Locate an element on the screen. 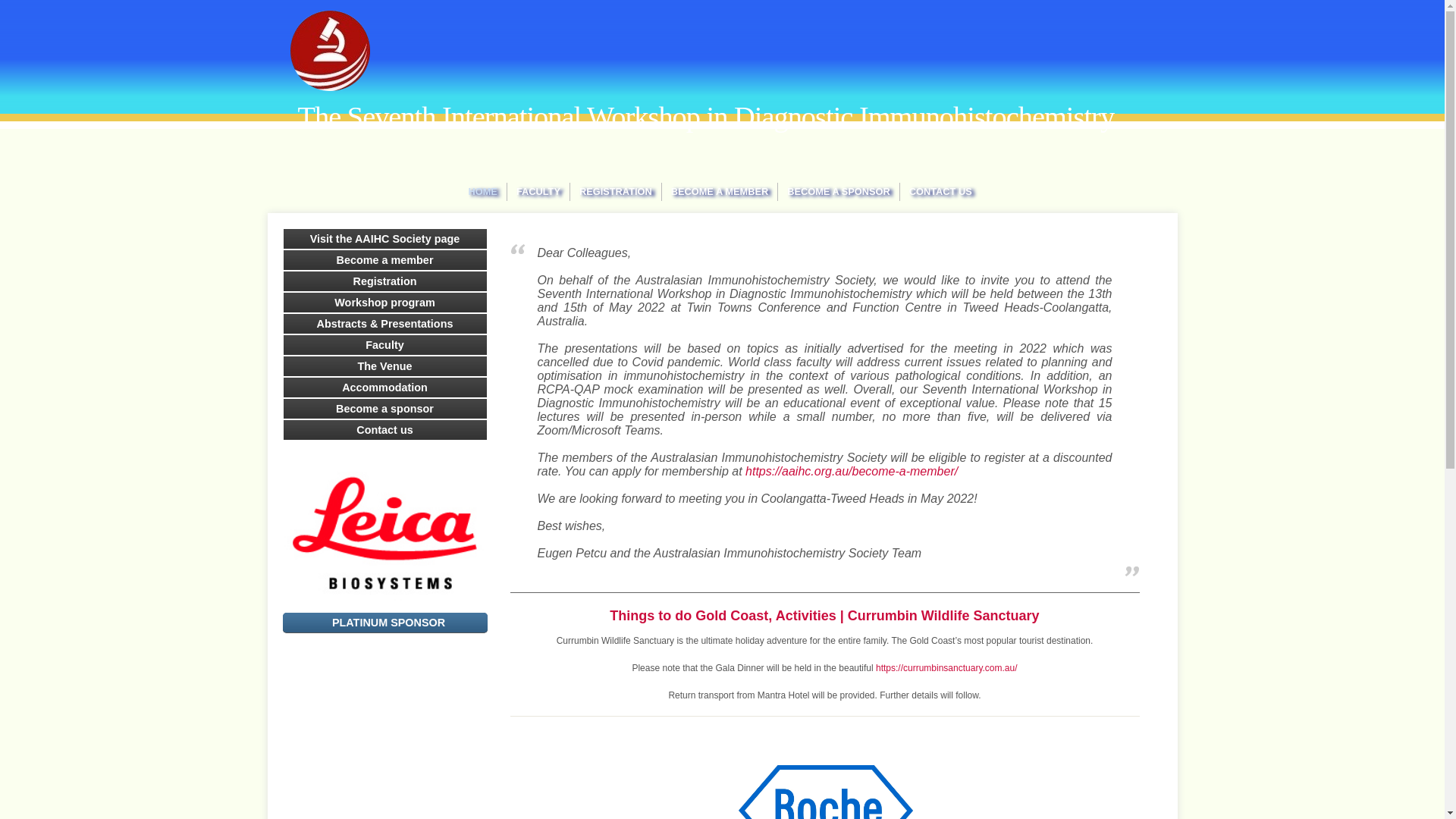  'HOME' is located at coordinates (482, 191).